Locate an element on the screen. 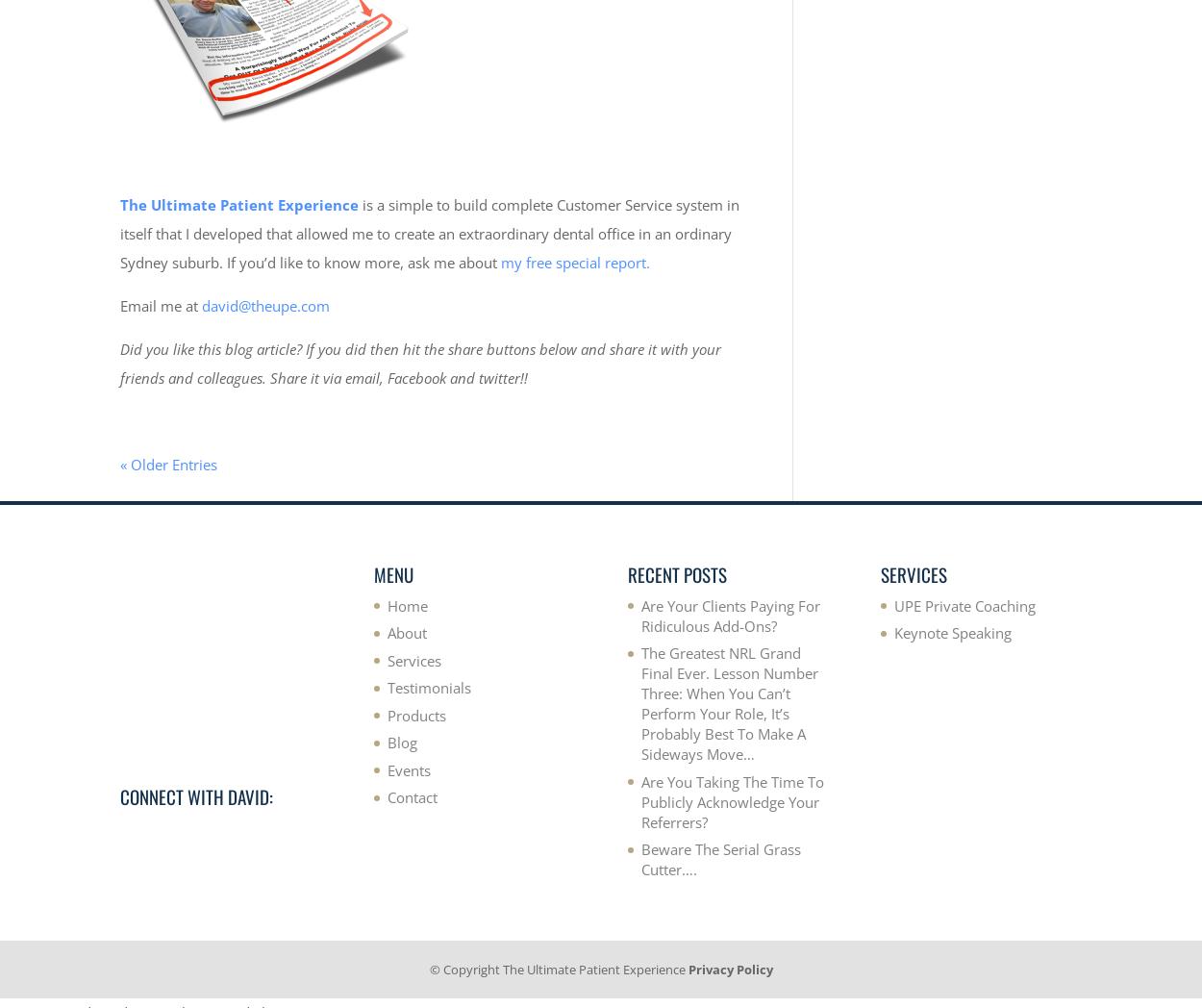  'Contact' is located at coordinates (387, 795).